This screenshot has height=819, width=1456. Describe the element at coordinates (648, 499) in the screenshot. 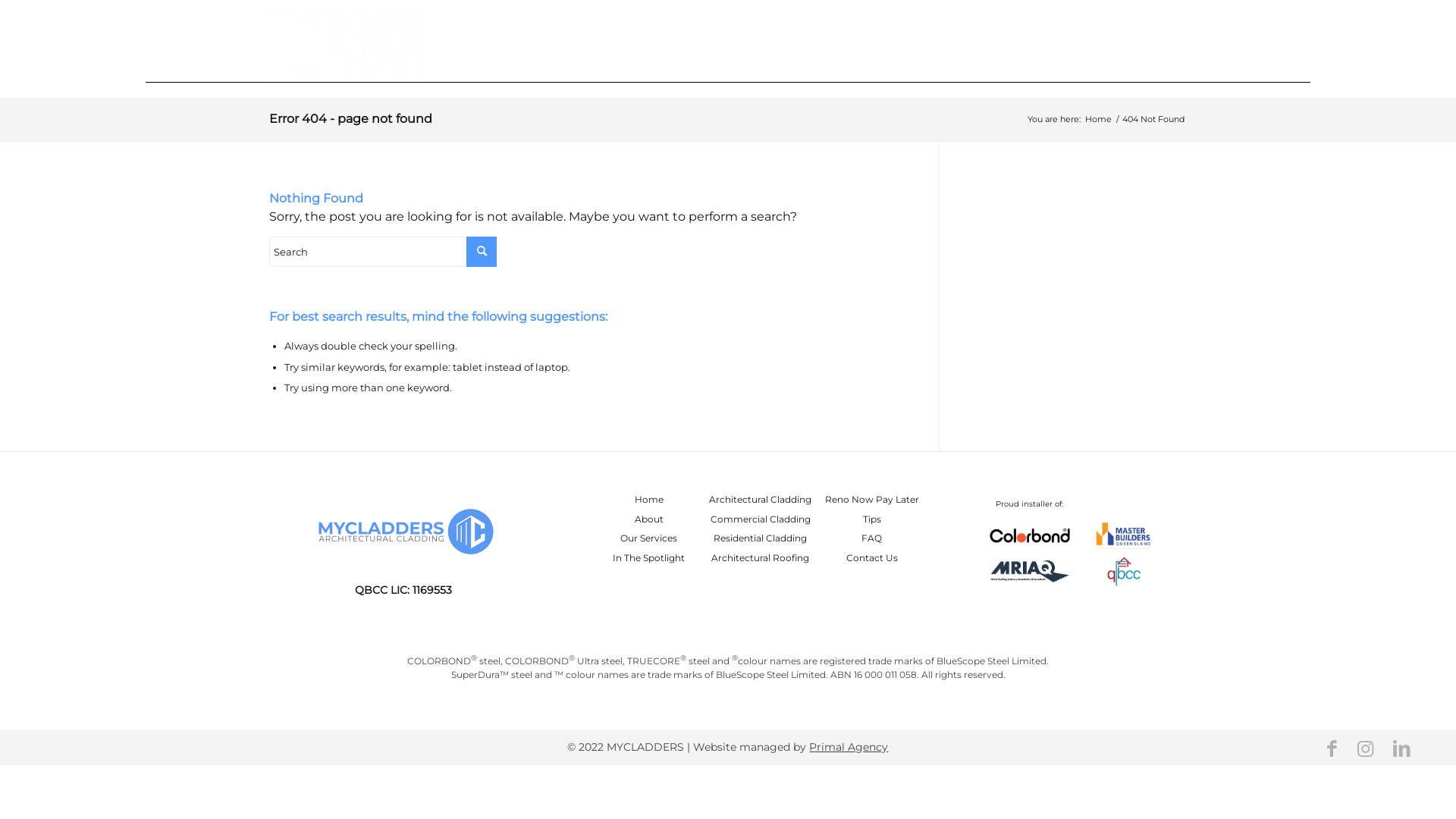

I see `'Home'` at that location.